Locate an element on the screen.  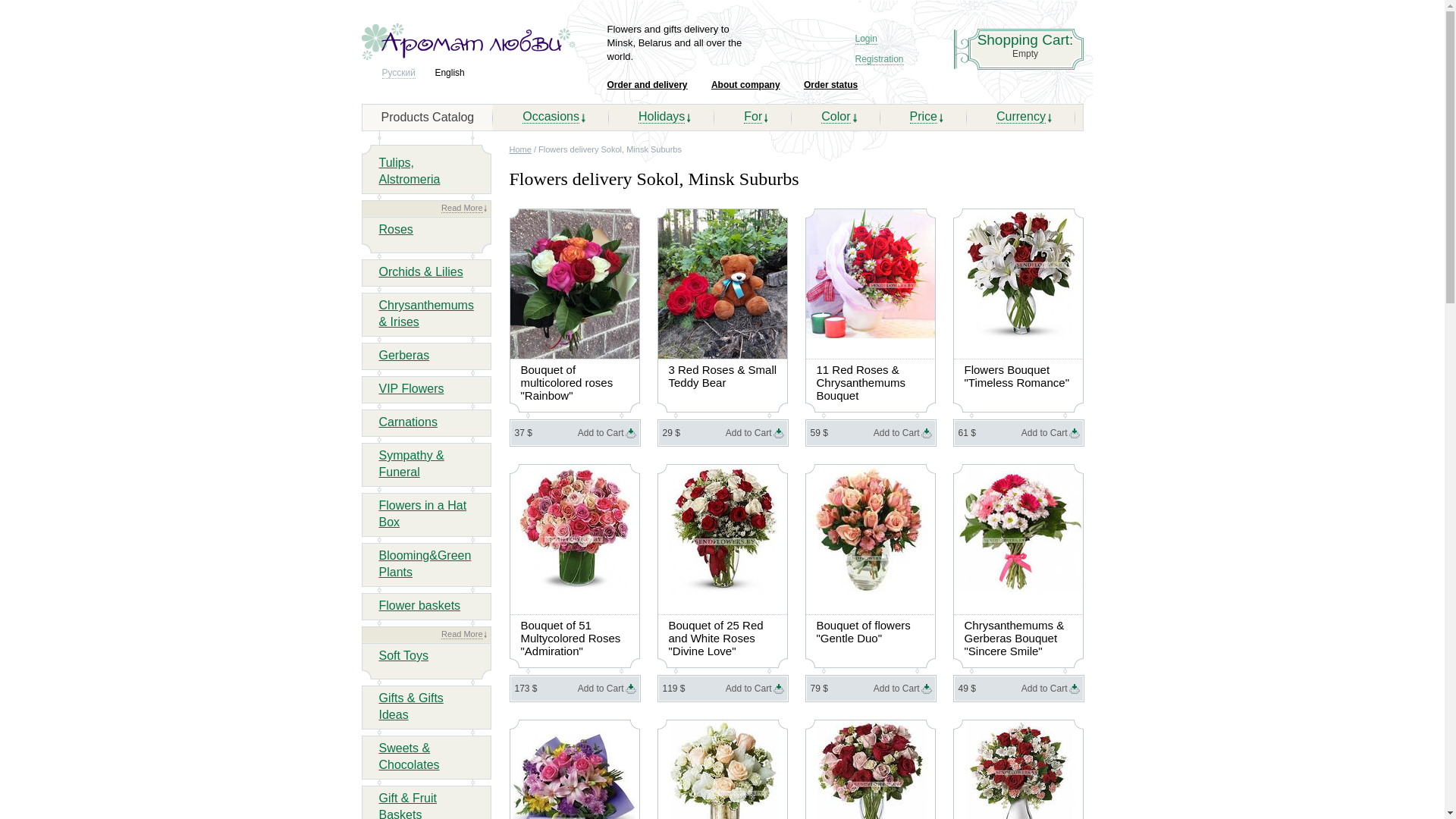
'Chrysanthemums & Irises' is located at coordinates (425, 312).